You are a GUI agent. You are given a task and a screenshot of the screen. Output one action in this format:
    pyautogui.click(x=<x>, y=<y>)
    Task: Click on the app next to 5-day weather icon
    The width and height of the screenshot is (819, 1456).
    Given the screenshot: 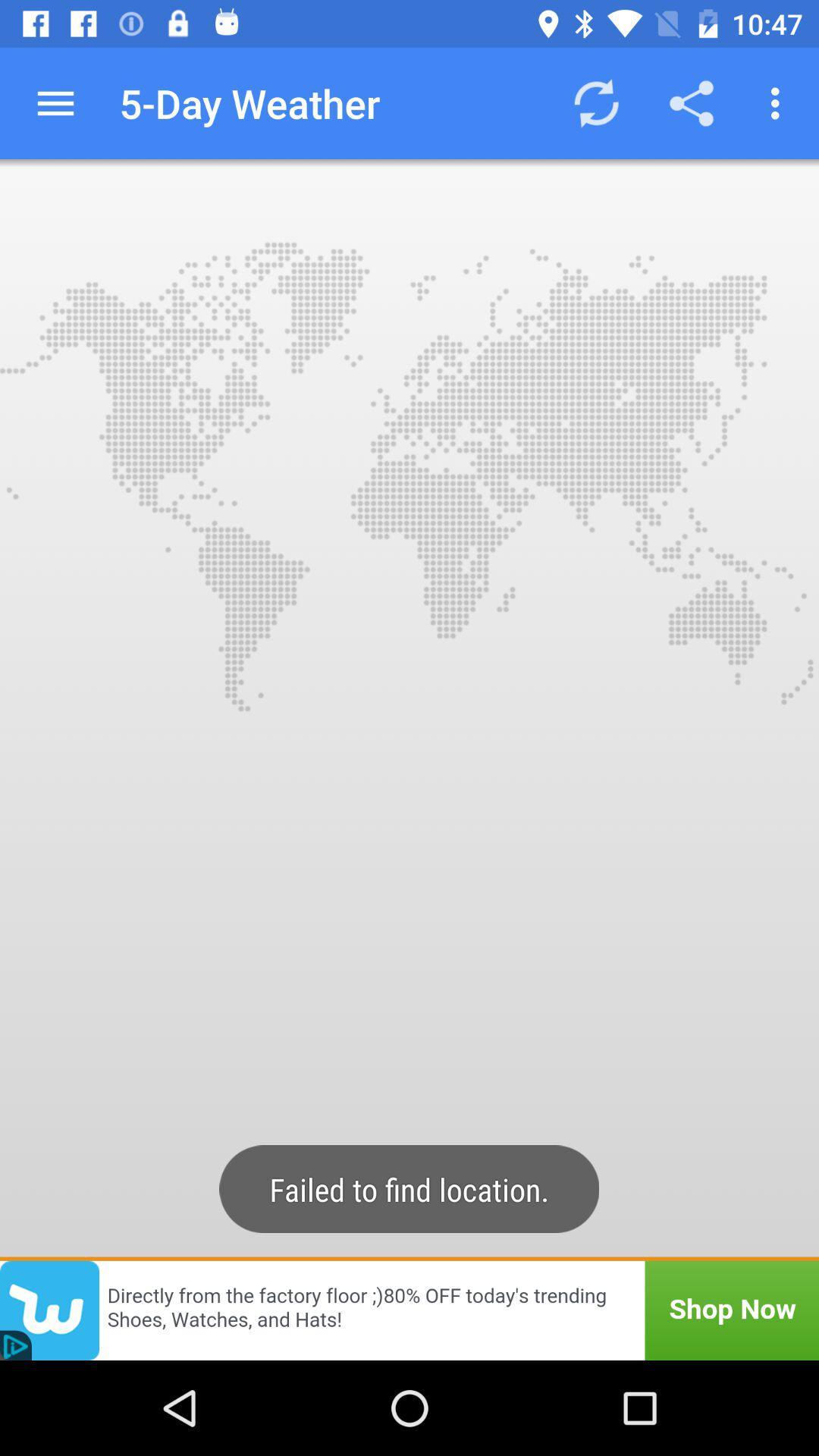 What is the action you would take?
    pyautogui.click(x=595, y=102)
    